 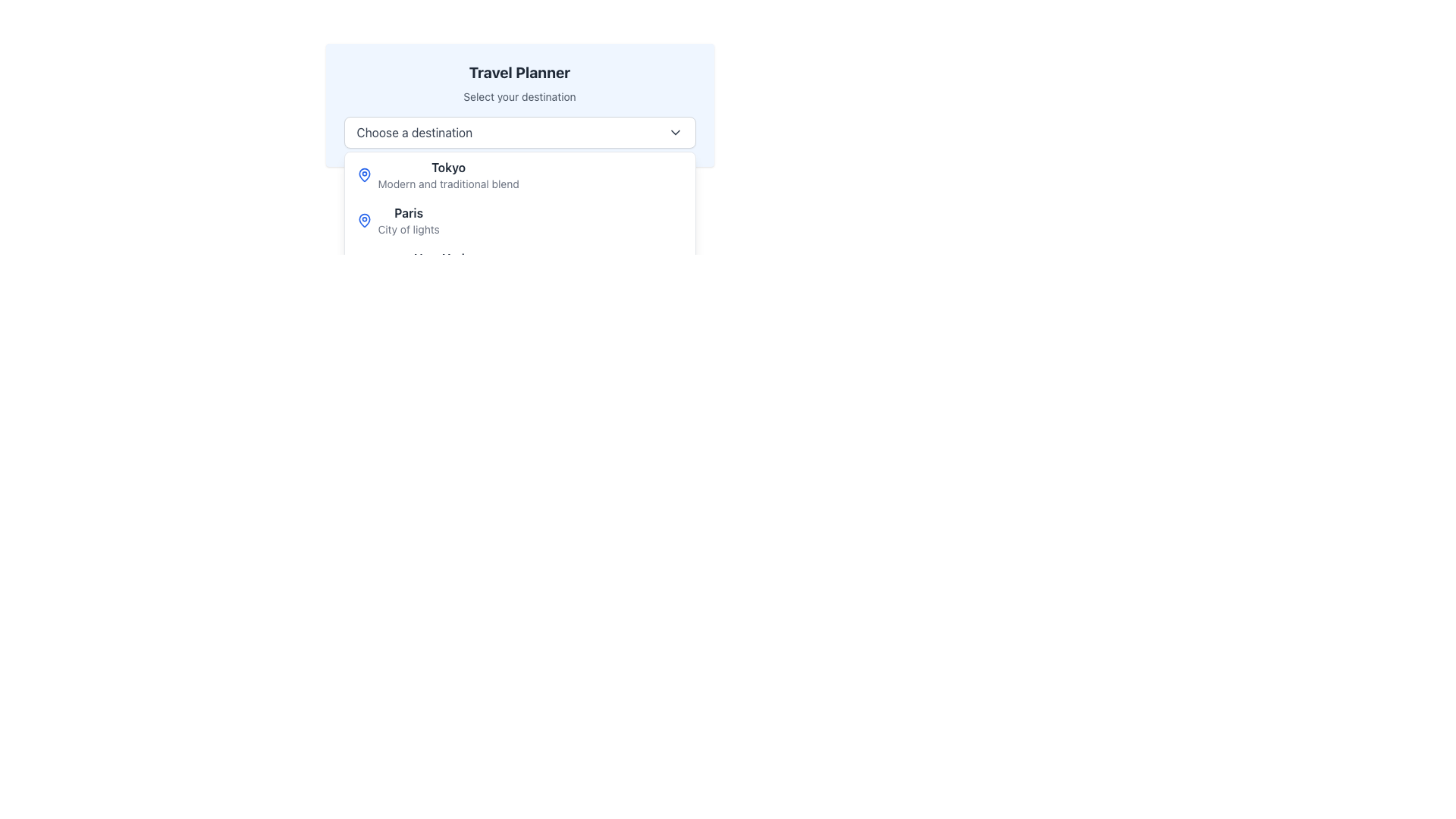 I want to click on the location marker icon associated with 'Paris' in the dropdown menu of the 'Travel Planner' interface, so click(x=364, y=220).